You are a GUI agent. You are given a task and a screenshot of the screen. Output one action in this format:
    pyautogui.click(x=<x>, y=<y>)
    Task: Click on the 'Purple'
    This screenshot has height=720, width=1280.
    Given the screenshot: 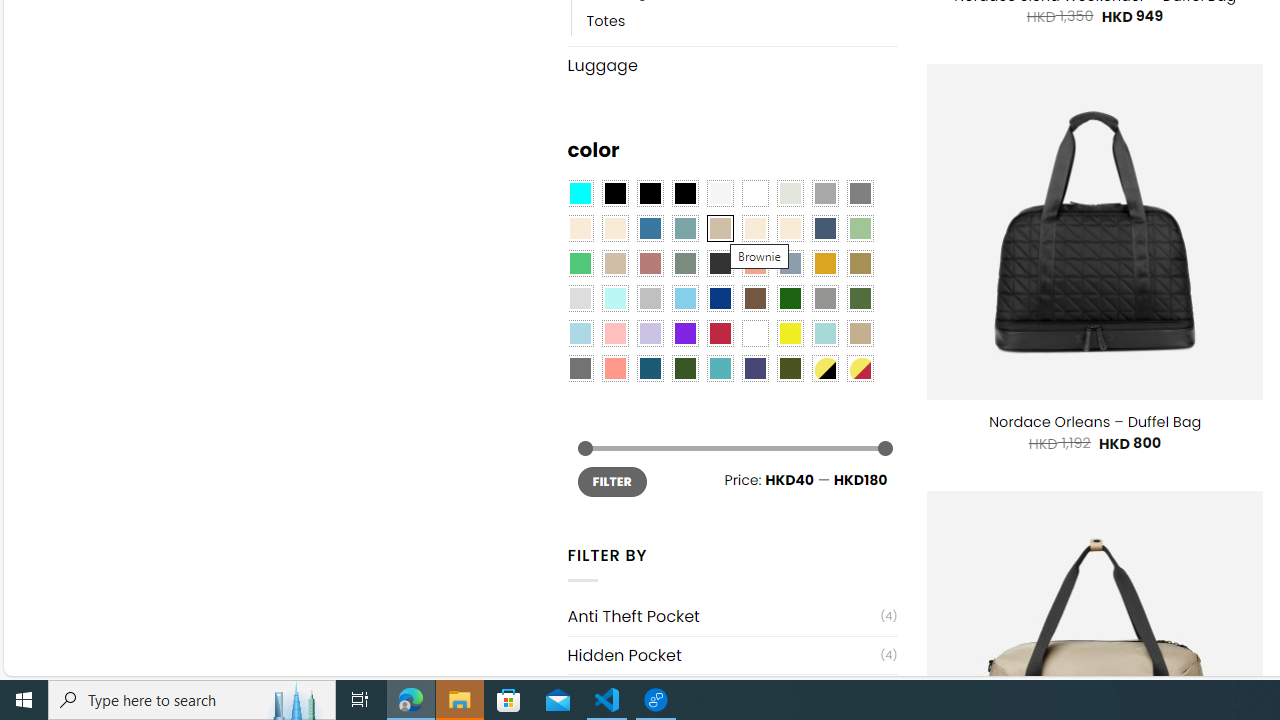 What is the action you would take?
    pyautogui.click(x=684, y=333)
    